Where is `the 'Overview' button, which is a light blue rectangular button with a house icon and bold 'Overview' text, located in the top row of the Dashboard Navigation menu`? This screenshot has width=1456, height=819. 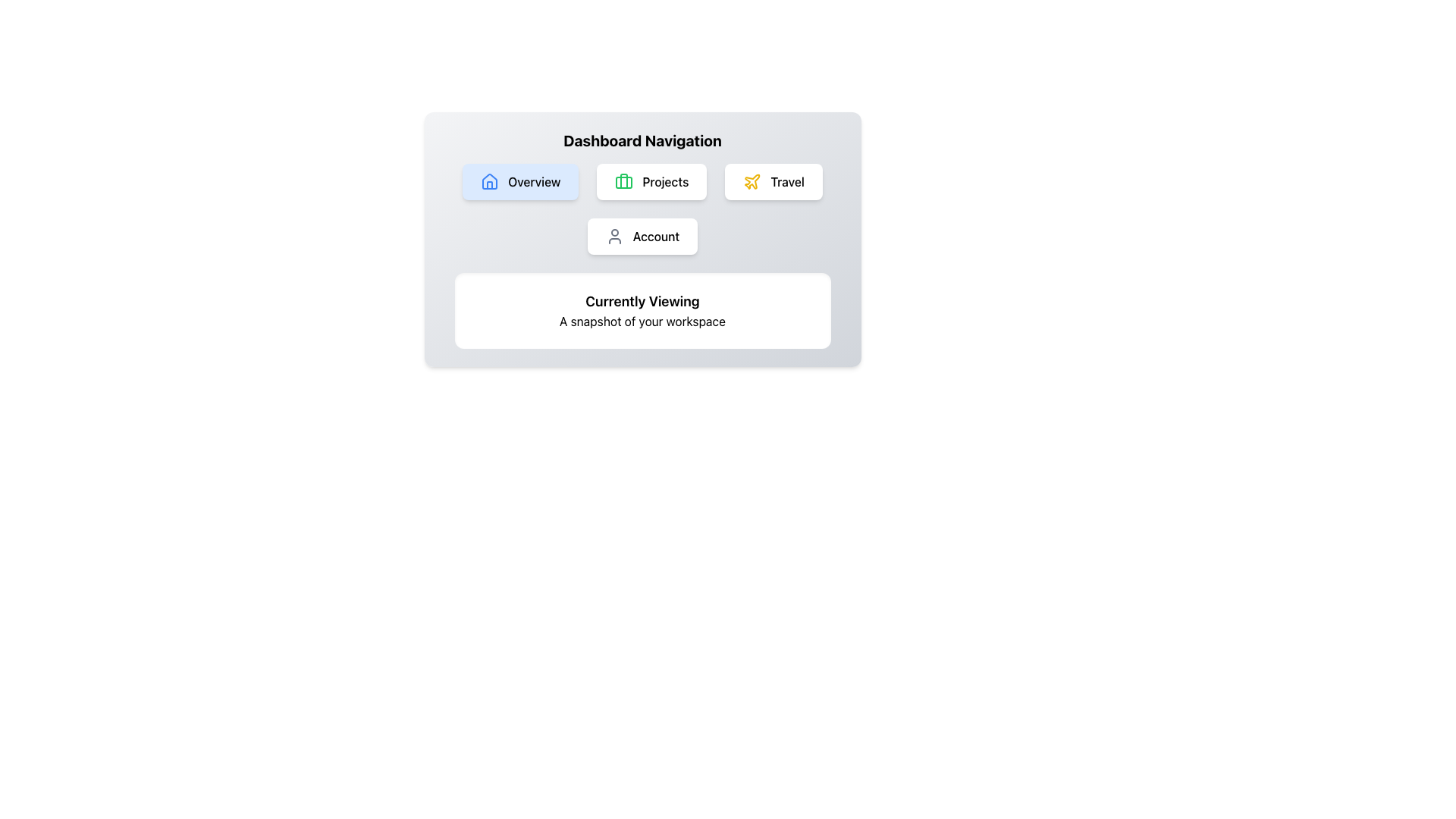
the 'Overview' button, which is a light blue rectangular button with a house icon and bold 'Overview' text, located in the top row of the Dashboard Navigation menu is located at coordinates (520, 180).